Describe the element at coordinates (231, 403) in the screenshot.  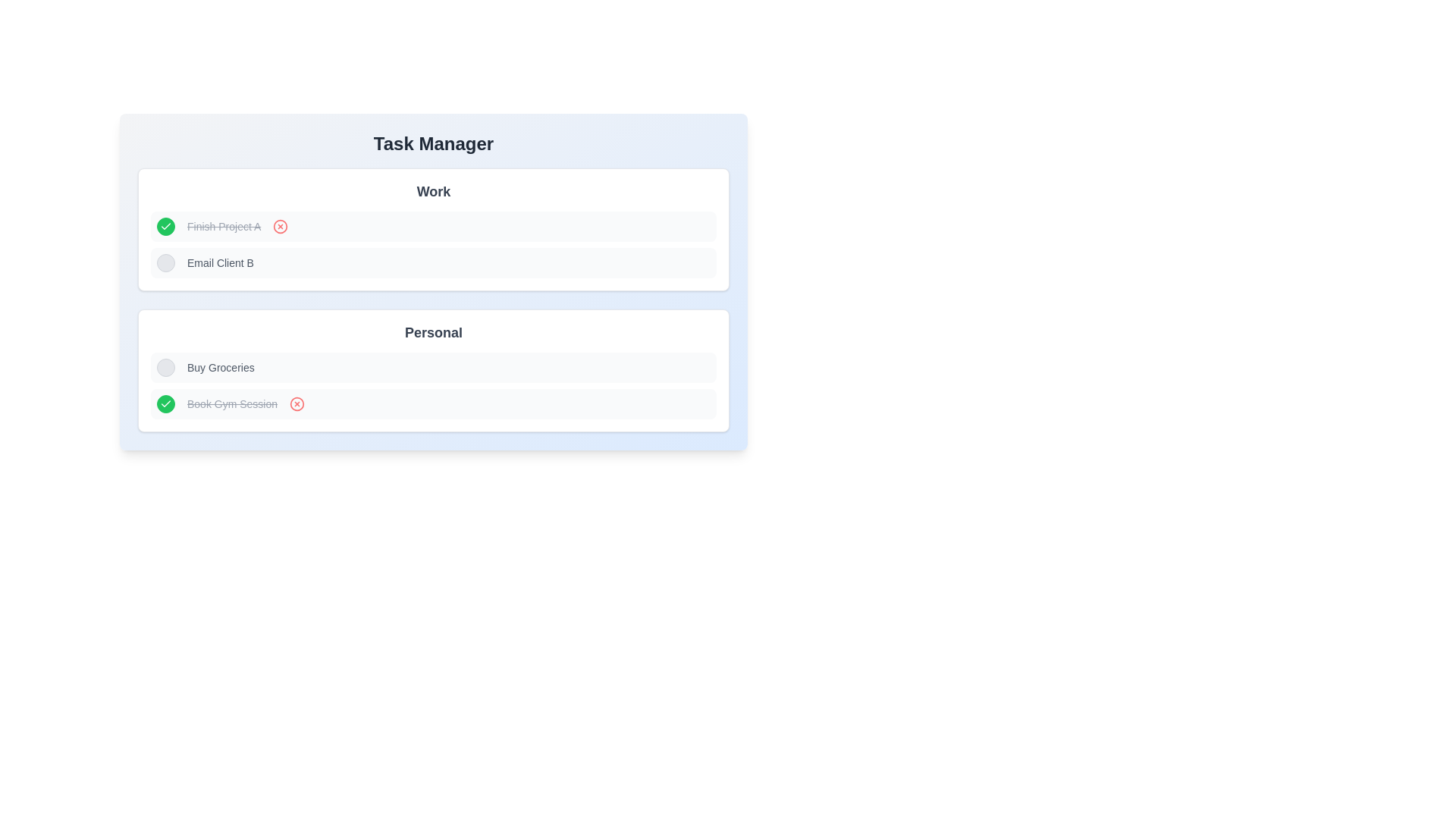
I see `the text element styled with a strikethrough effect that reads 'Book Gym Session', indicating a completed or canceled task in the Personal category task list` at that location.